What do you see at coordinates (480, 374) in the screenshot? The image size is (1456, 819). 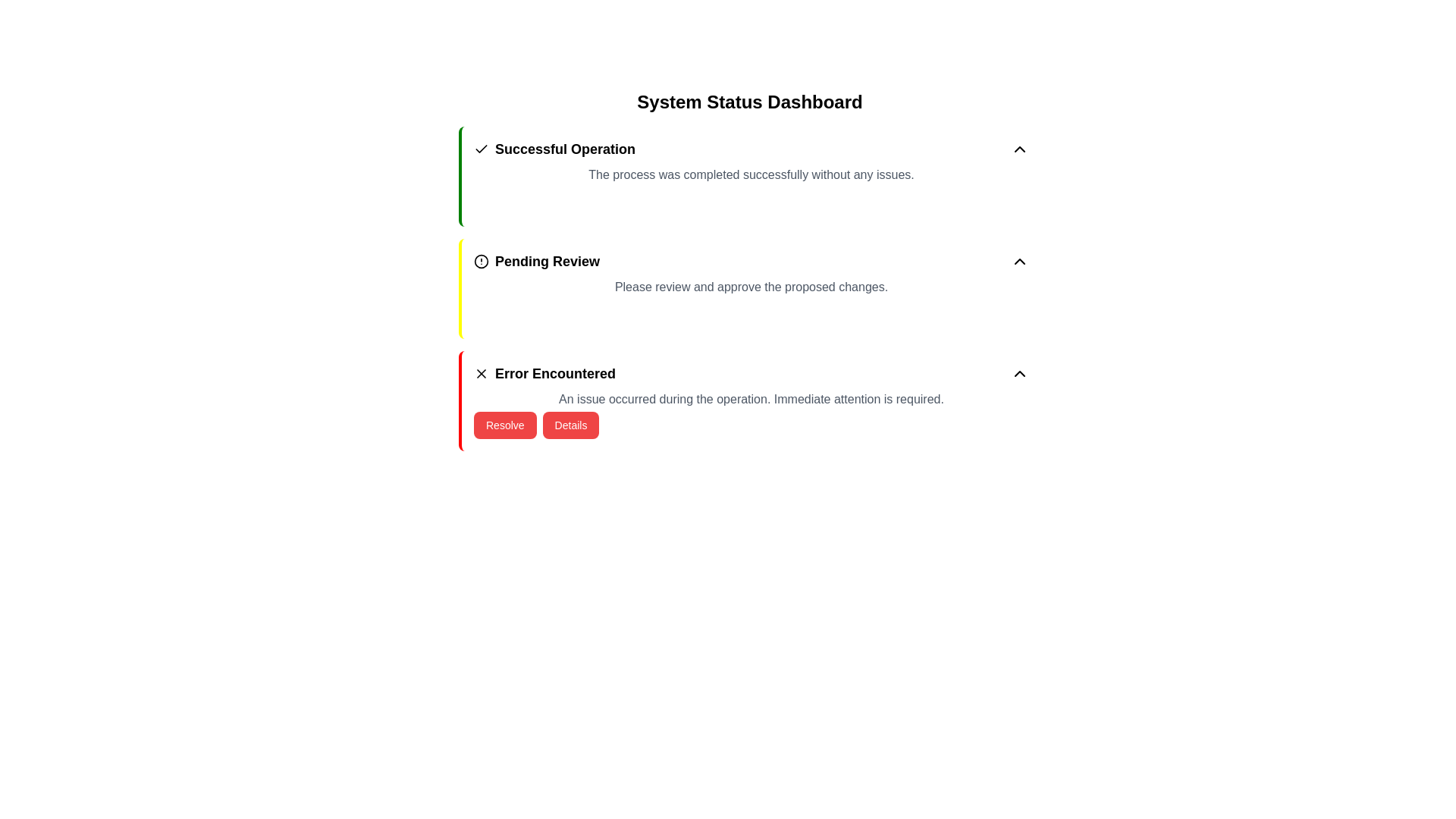 I see `the small red 'X' icon indicating an error, located in the 'Error Encountered' notification block at the bottom of the status dashboard` at bounding box center [480, 374].